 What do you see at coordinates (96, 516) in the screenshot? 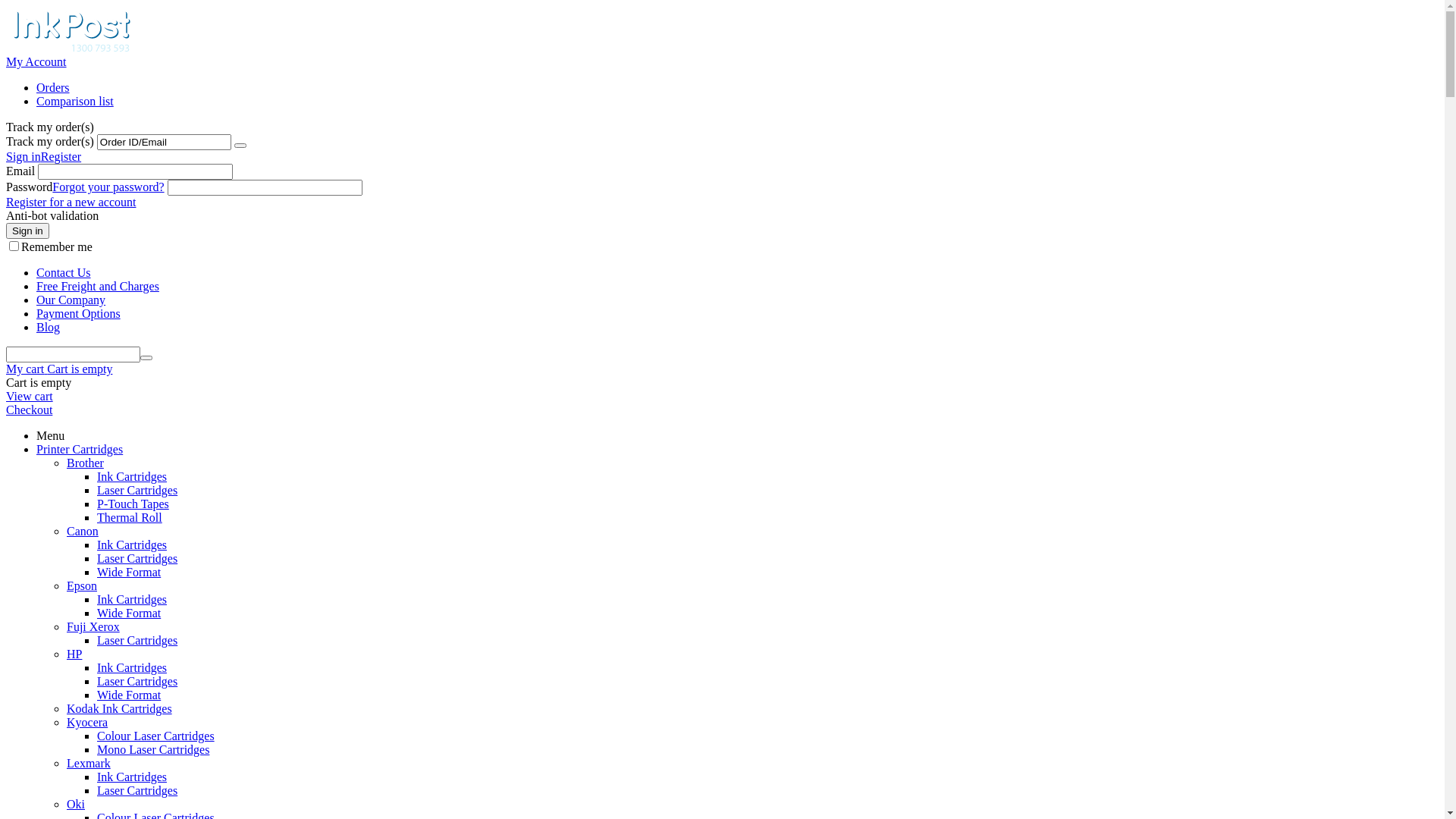
I see `'Thermal Roll'` at bounding box center [96, 516].